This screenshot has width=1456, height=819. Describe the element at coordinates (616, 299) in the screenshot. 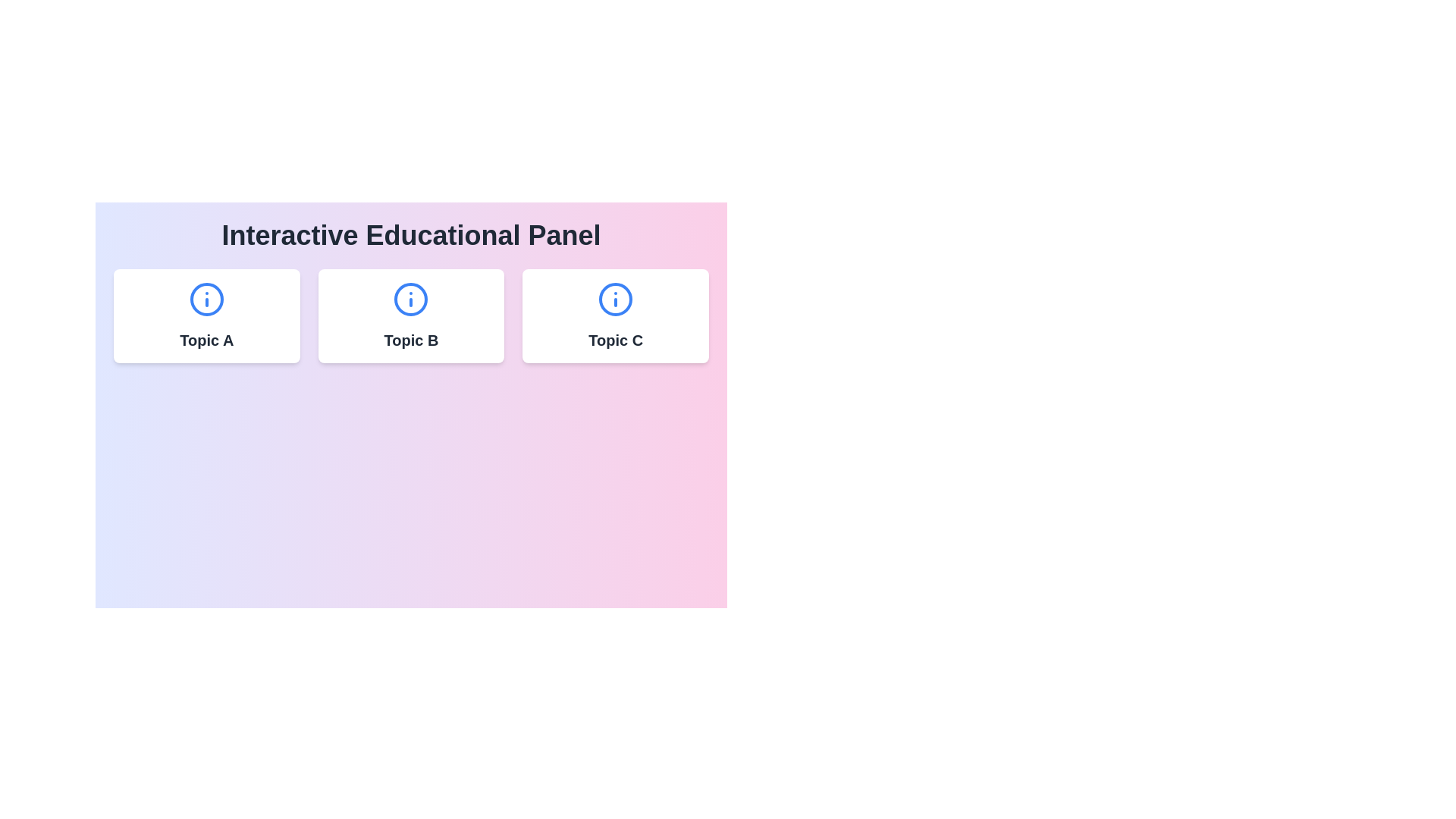

I see `the circular info icon with a blue border that represents 'Topic C'` at that location.